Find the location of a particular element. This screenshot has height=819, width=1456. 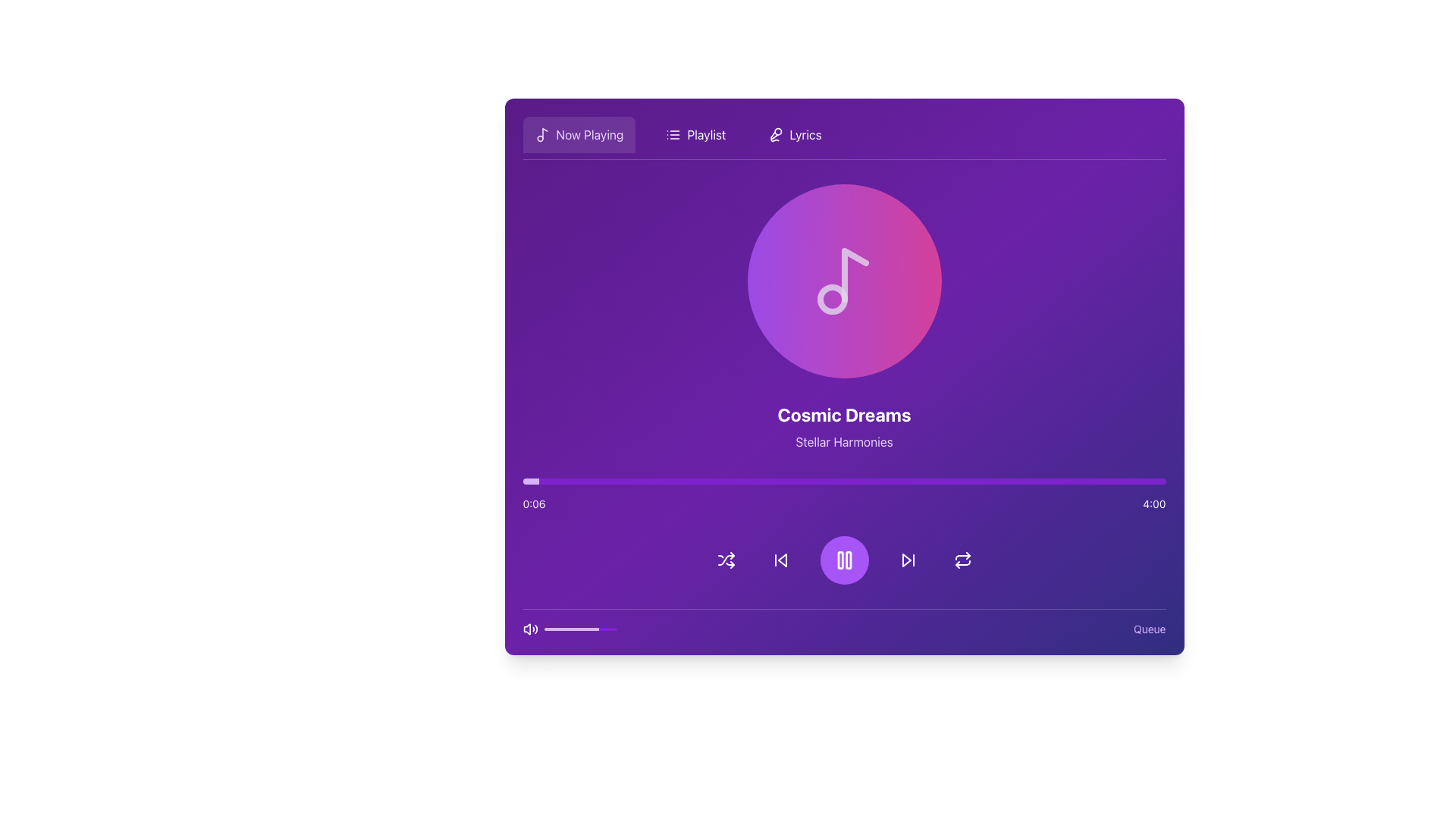

the Tab Navigation component located at the top-center of the application is located at coordinates (843, 138).